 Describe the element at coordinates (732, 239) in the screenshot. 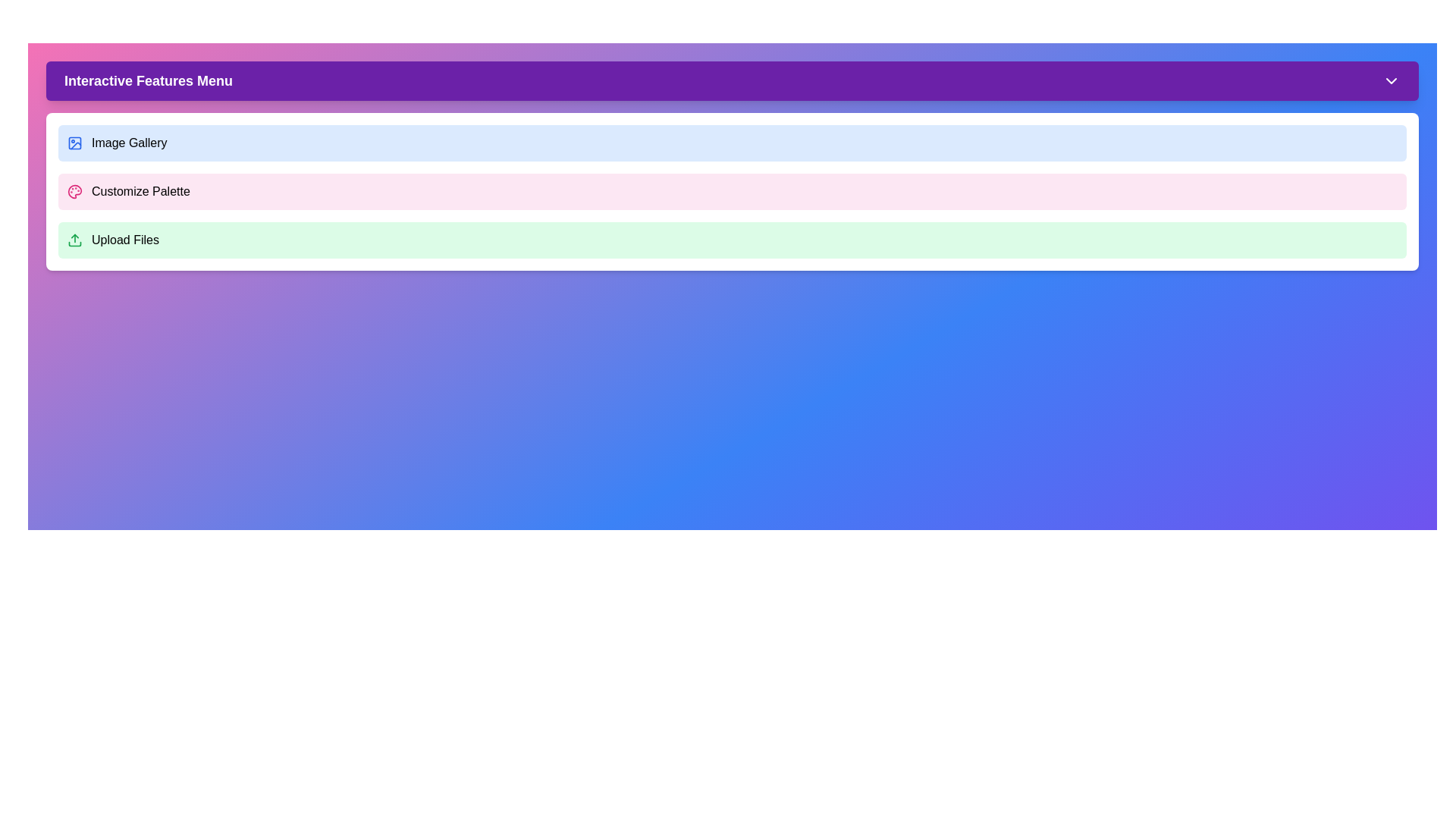

I see `the 'Upload Files' option in the menu` at that location.